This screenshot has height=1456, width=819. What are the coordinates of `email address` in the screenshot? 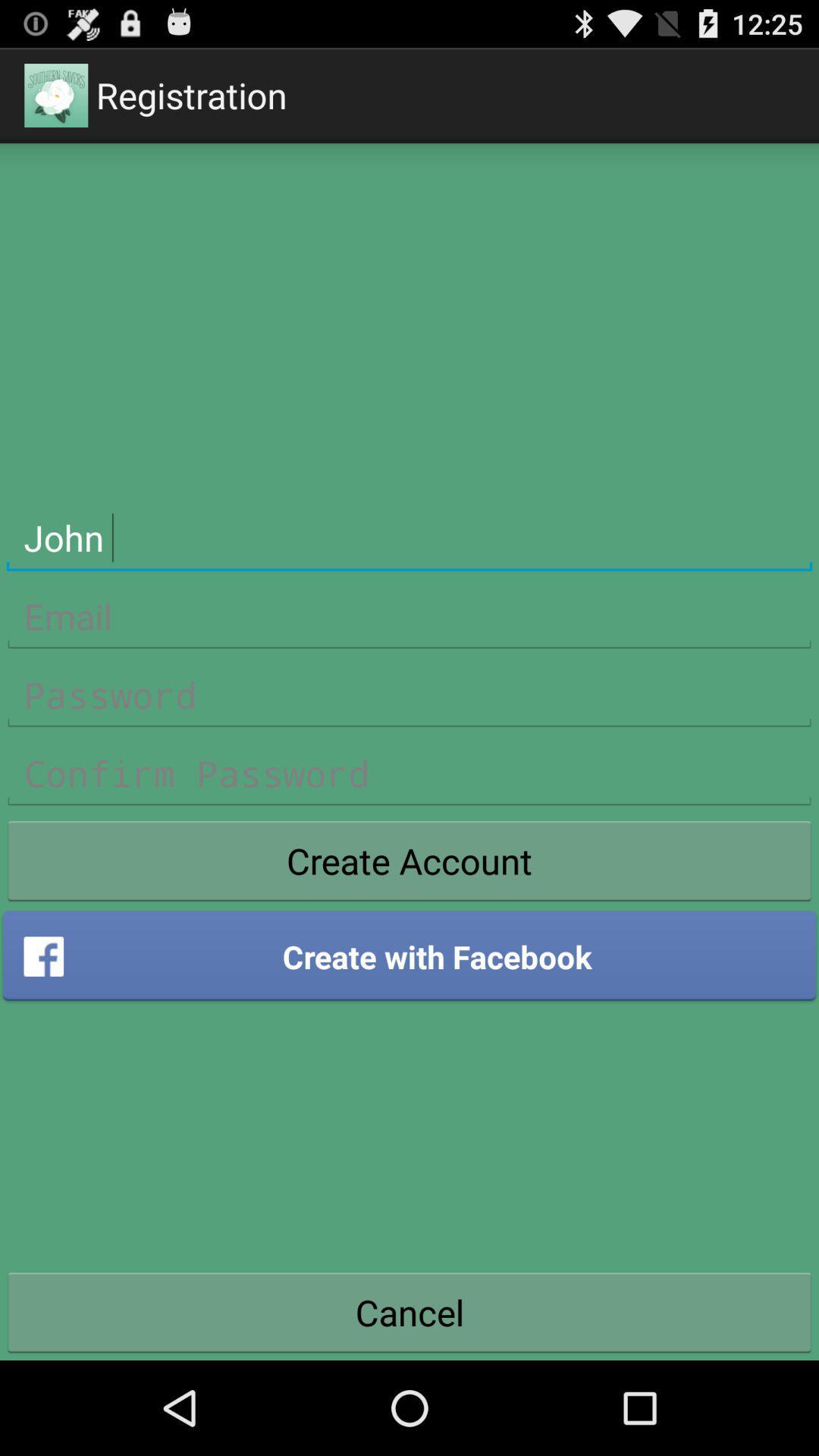 It's located at (409, 617).